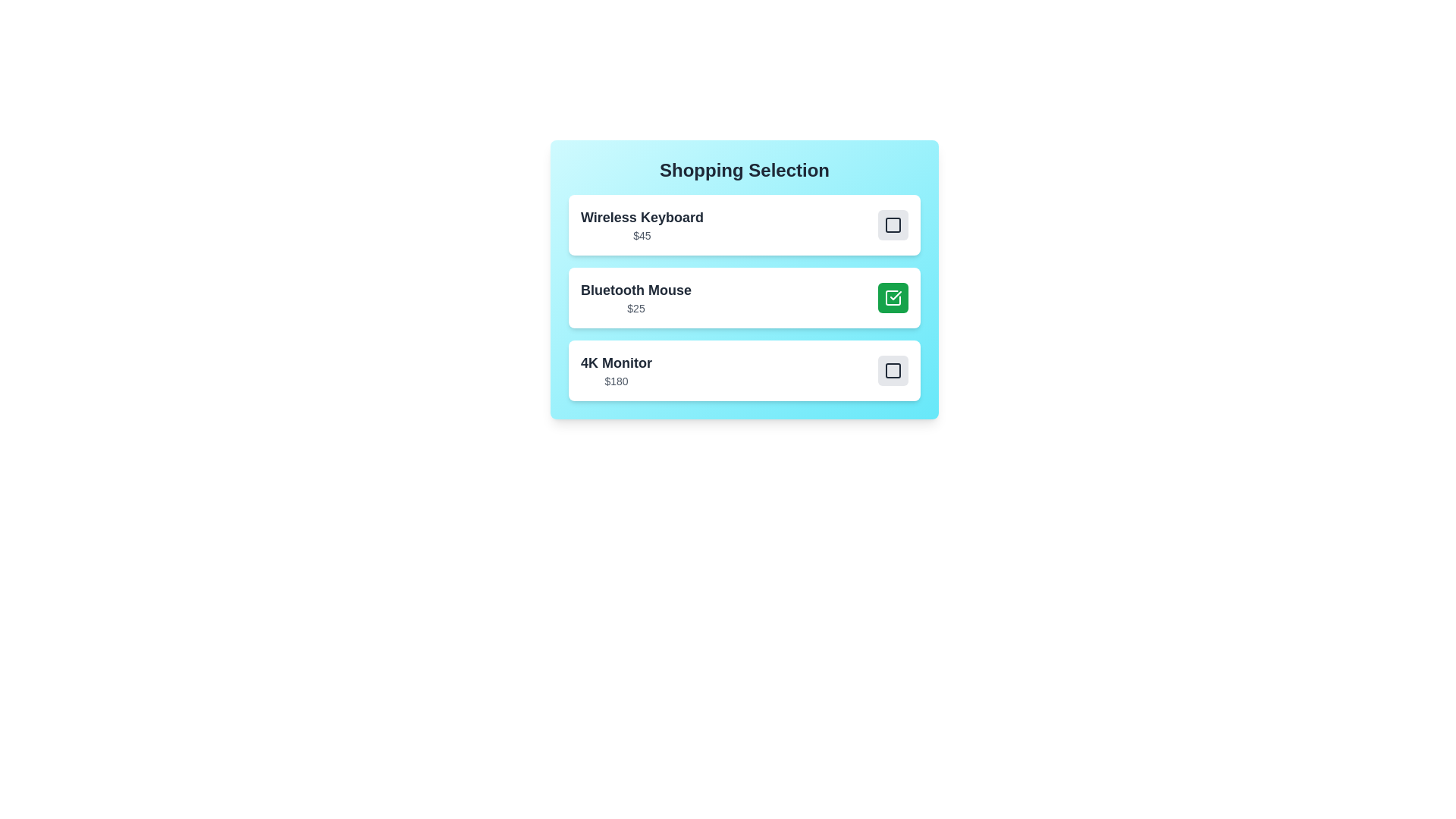 The image size is (1456, 819). I want to click on the heading component that serves as the title for the list of items, located centrally near the top of the cyan gradient box, so click(745, 170).